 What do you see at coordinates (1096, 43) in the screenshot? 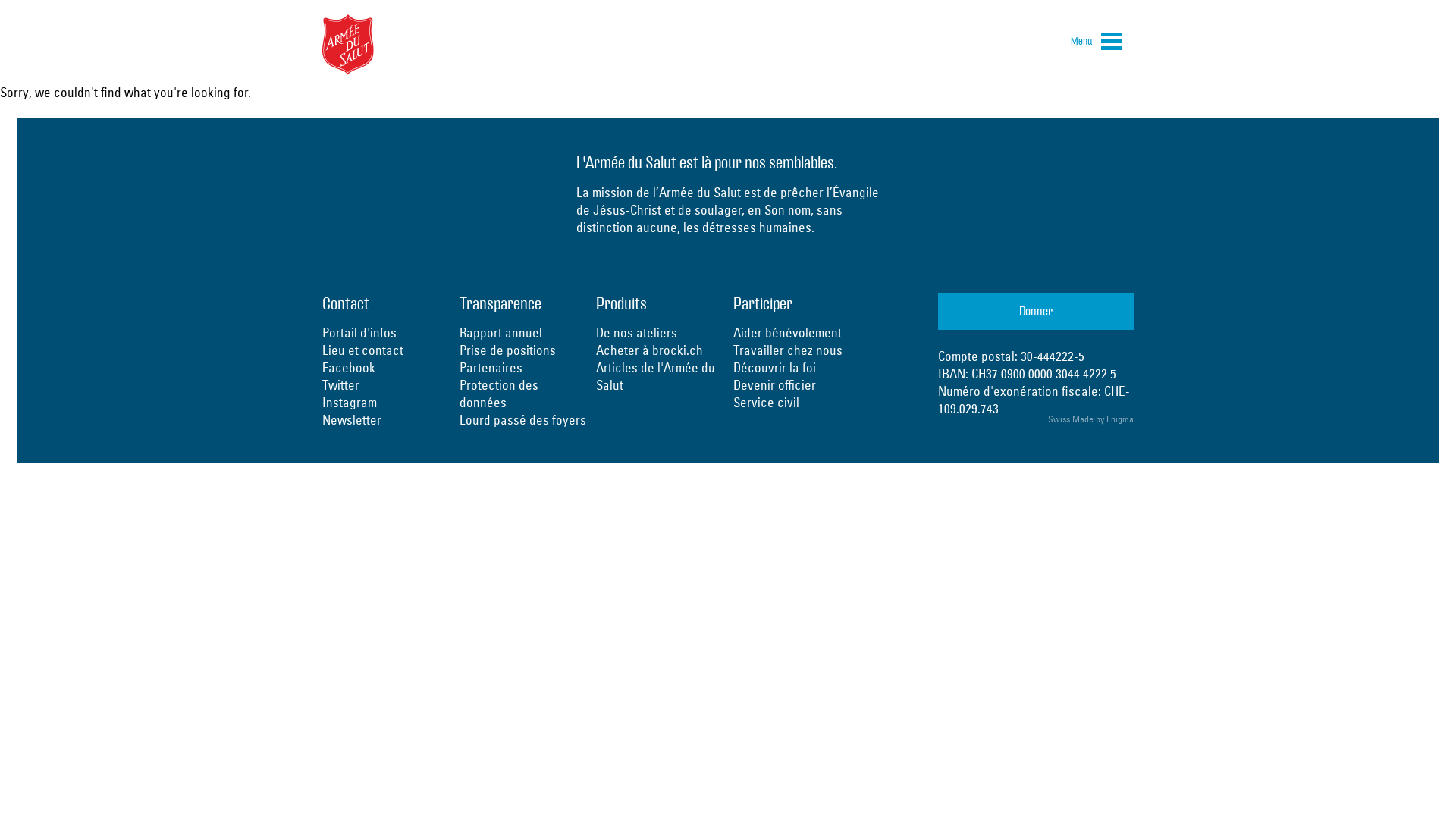
I see `'Menu'` at bounding box center [1096, 43].